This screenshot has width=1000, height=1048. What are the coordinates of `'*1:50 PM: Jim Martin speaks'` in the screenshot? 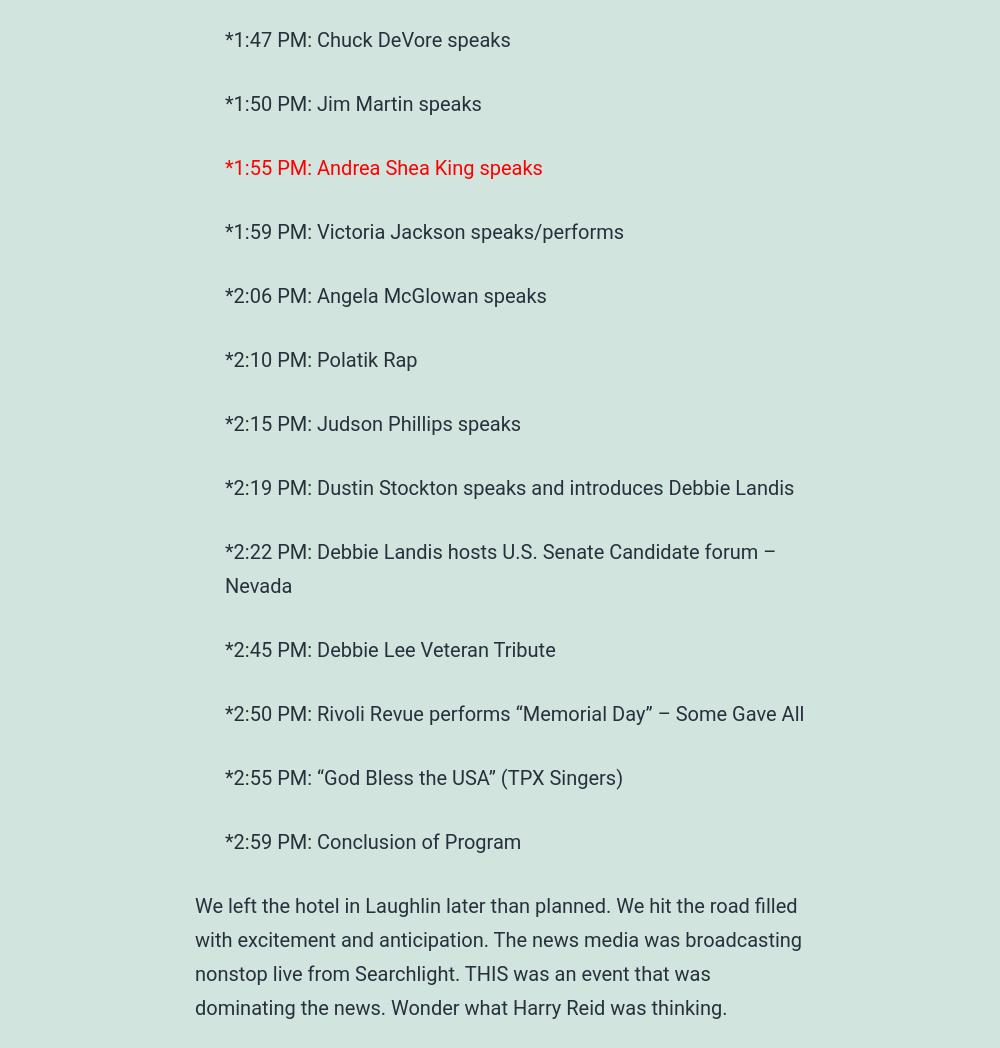 It's located at (352, 102).